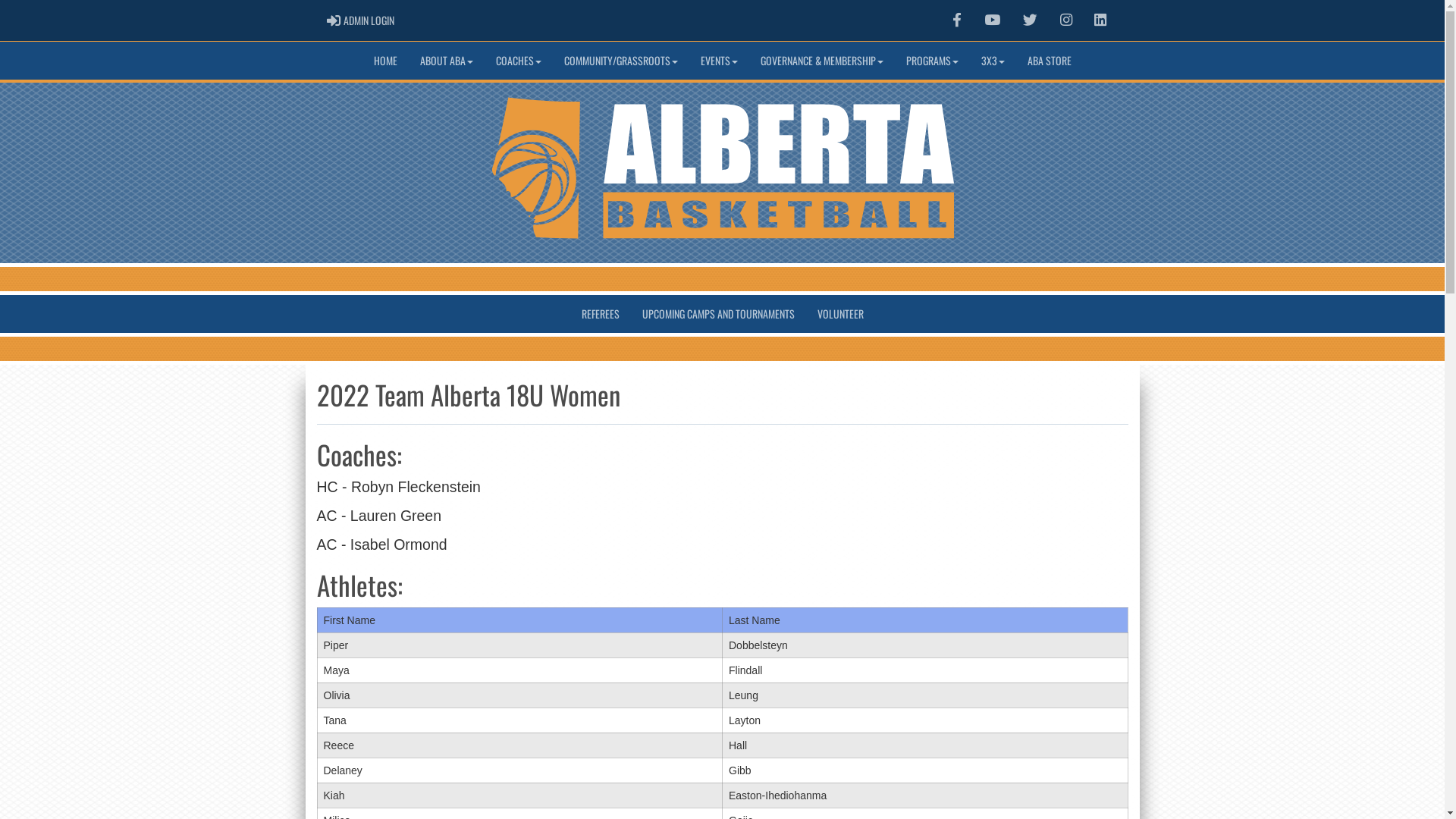  Describe the element at coordinates (1012, 20) in the screenshot. I see `'Twitter'` at that location.